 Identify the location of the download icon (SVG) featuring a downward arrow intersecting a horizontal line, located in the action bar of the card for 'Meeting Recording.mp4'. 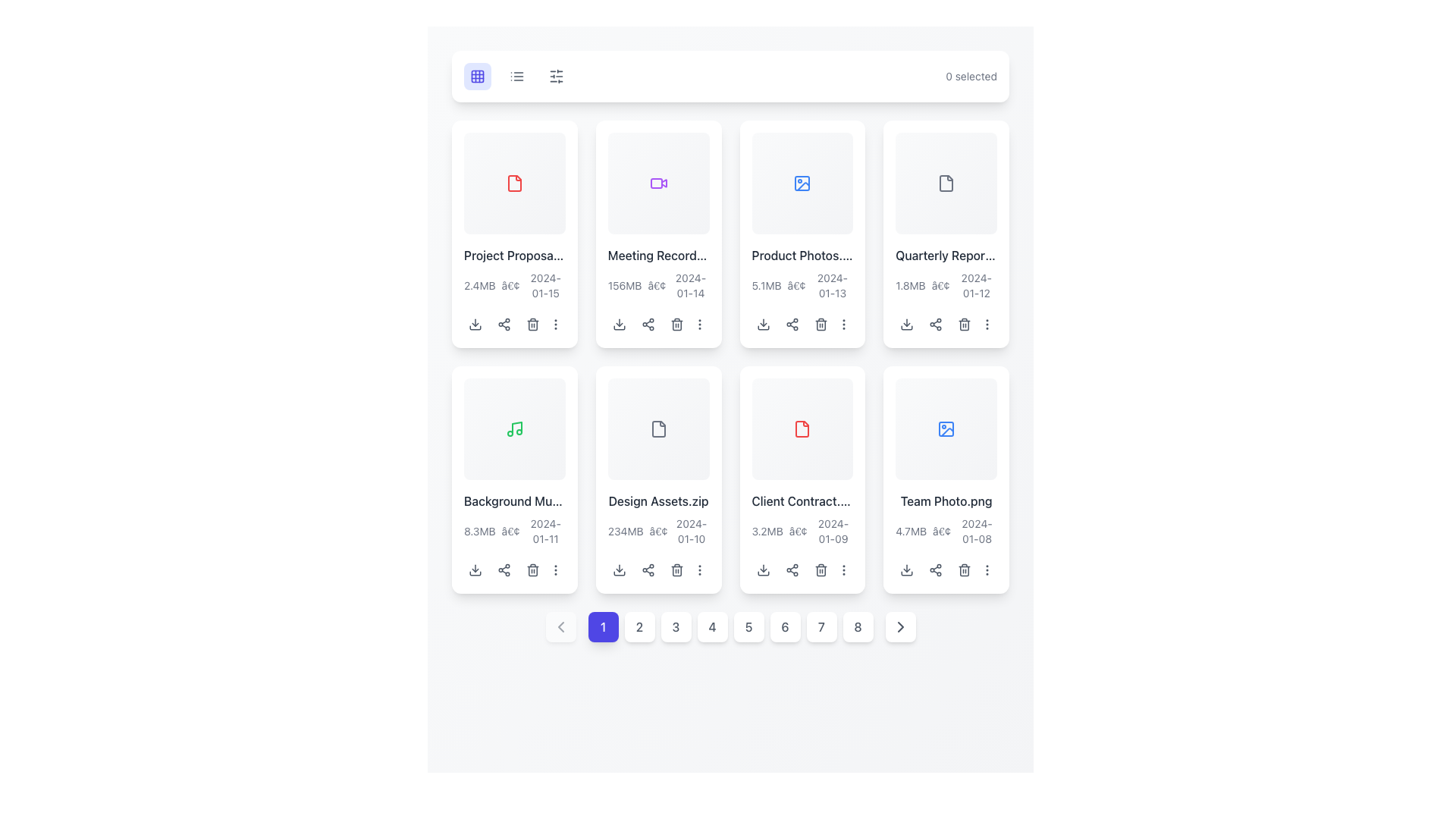
(619, 323).